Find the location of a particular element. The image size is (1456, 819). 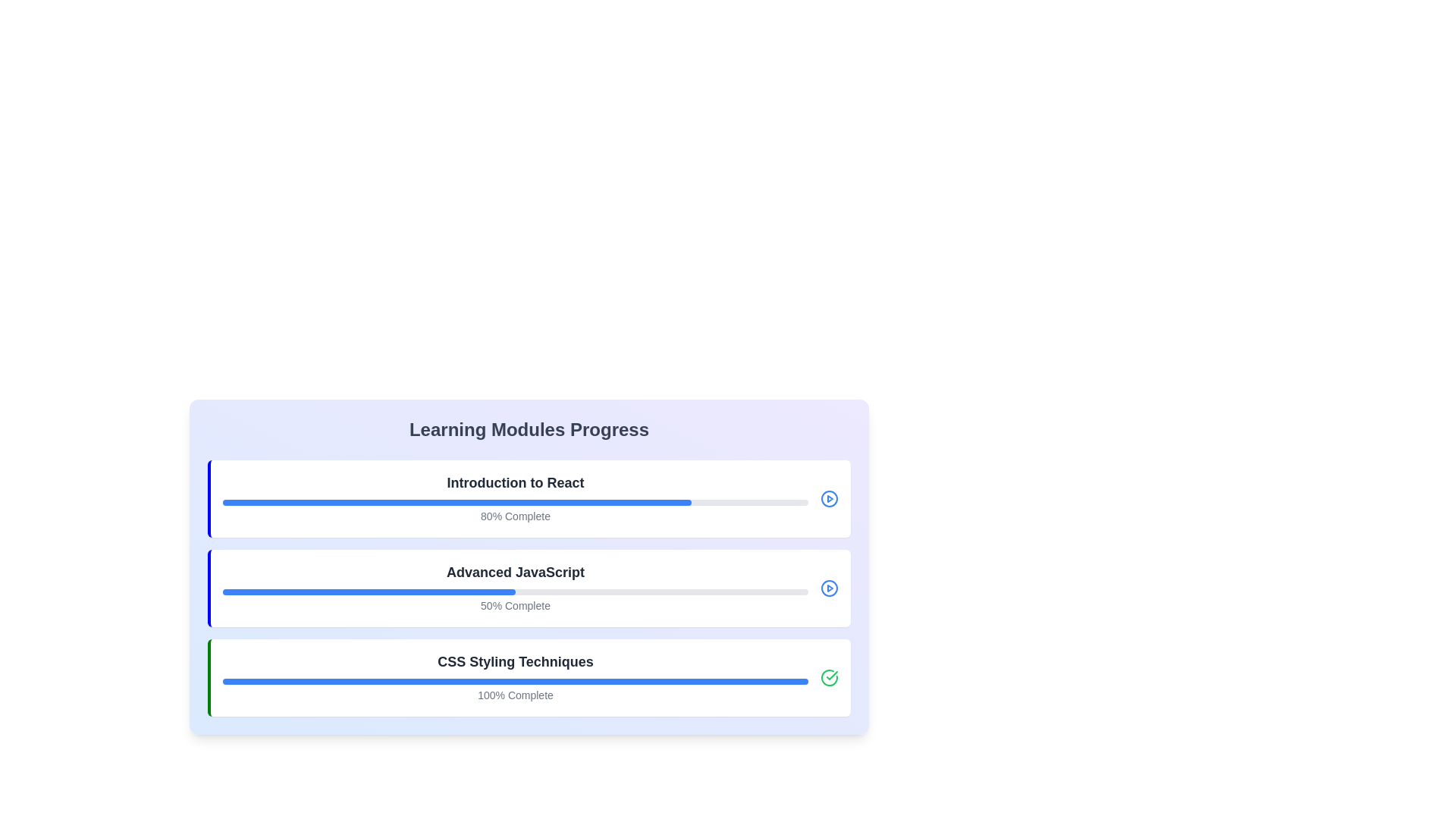

the horizontal progress bar representing 50% completion for 'Advanced JavaScript', which is styled with a light gray background and a blue indicator, located between the titles 'Advanced JavaScript' and '50% Complete' is located at coordinates (516, 591).